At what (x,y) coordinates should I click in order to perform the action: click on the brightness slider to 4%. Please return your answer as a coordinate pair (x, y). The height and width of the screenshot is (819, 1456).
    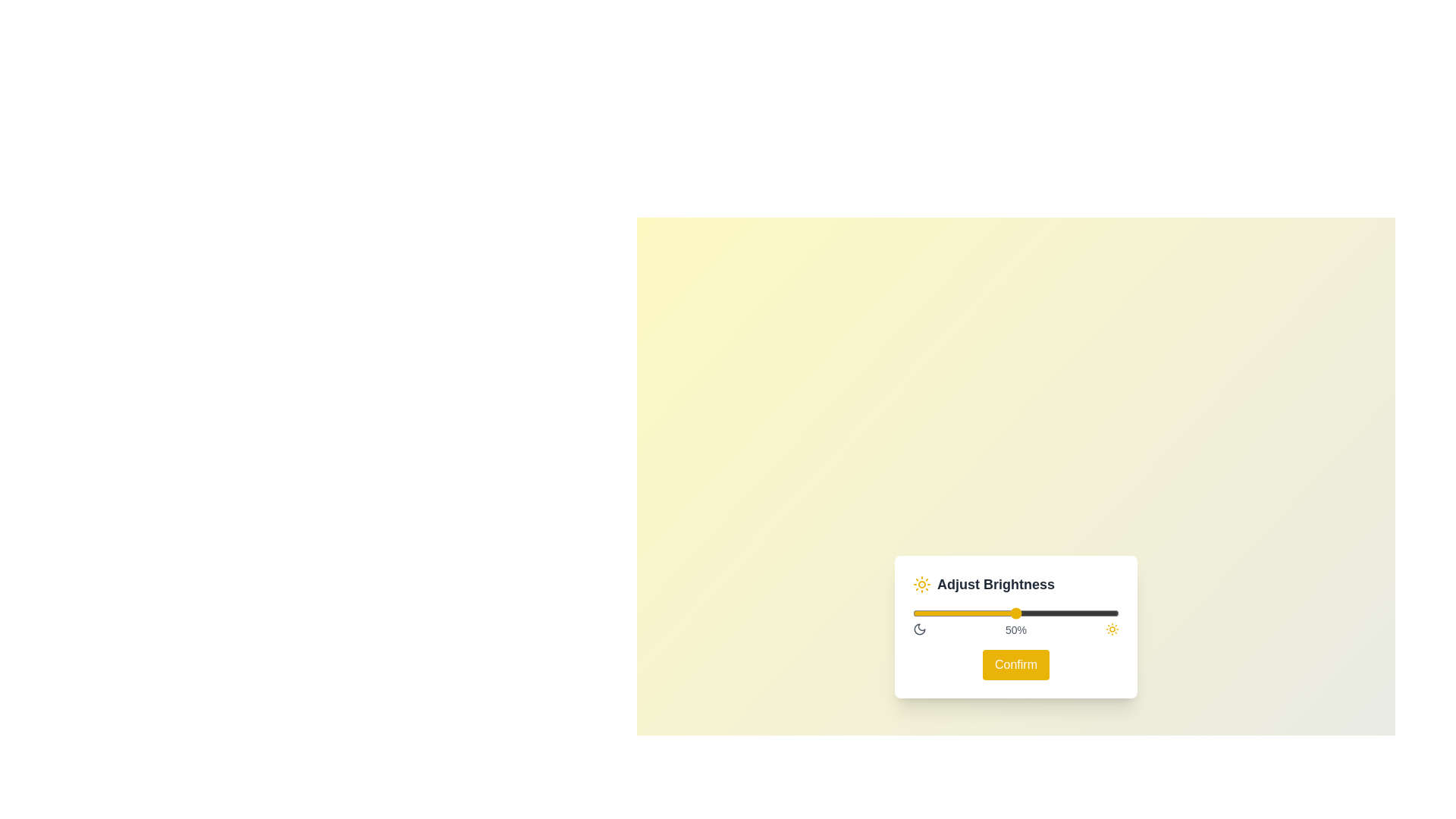
    Looking at the image, I should click on (920, 607).